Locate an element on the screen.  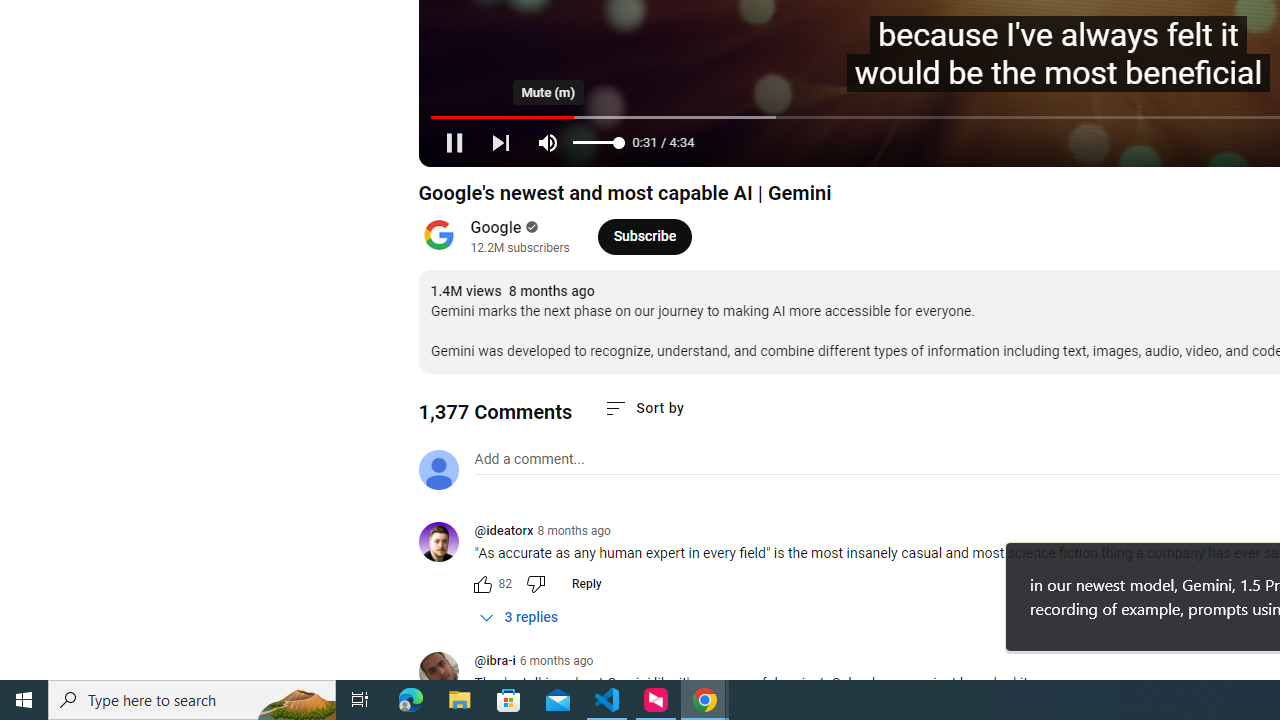
'AutomationID: simplebox-placeholder' is located at coordinates (529, 459).